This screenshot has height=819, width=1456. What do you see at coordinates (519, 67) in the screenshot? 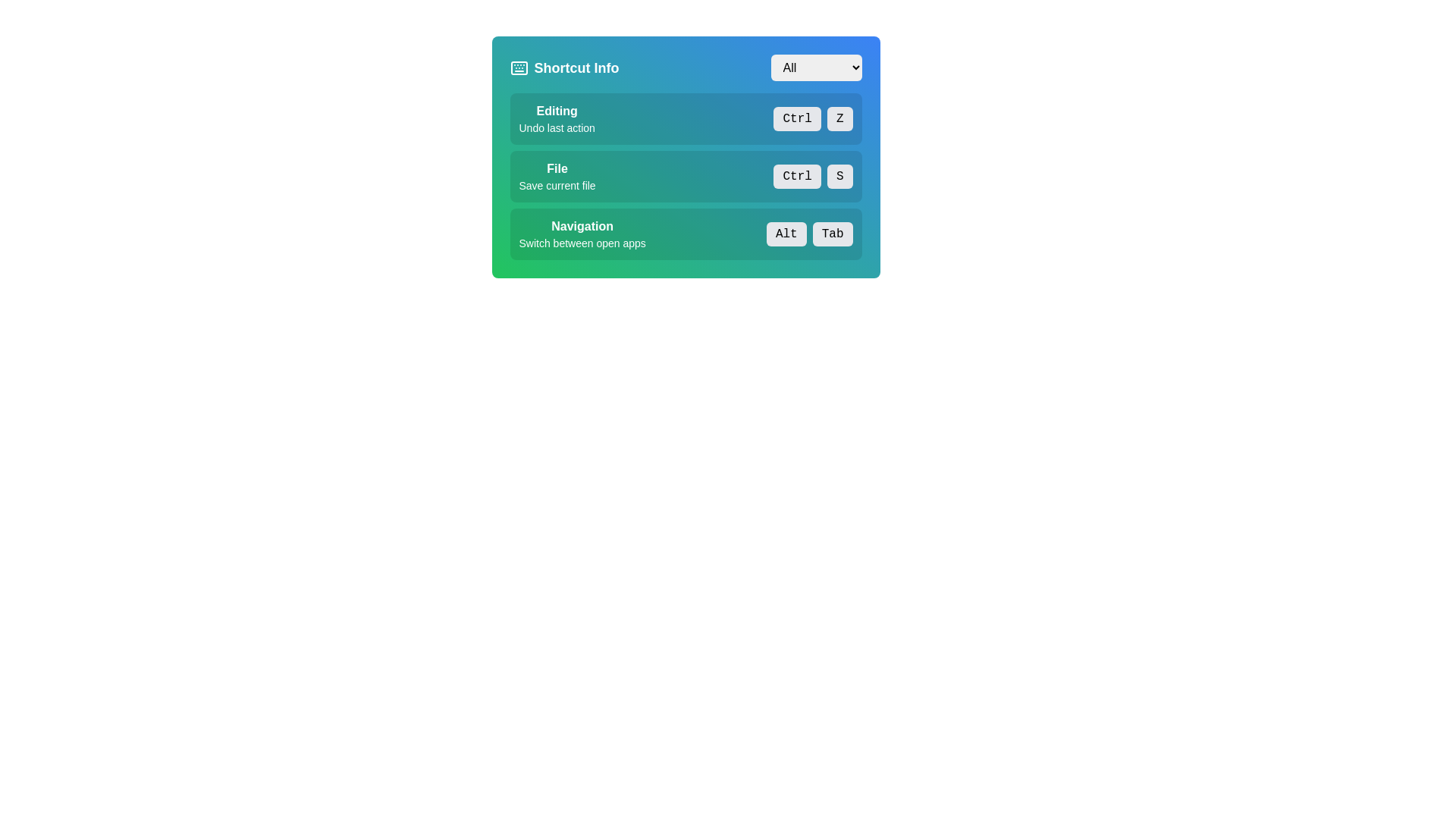
I see `the decorative icon representing the 'Shortcut Info' section, which is positioned to the left of the text 'Shortcut Info'` at bounding box center [519, 67].